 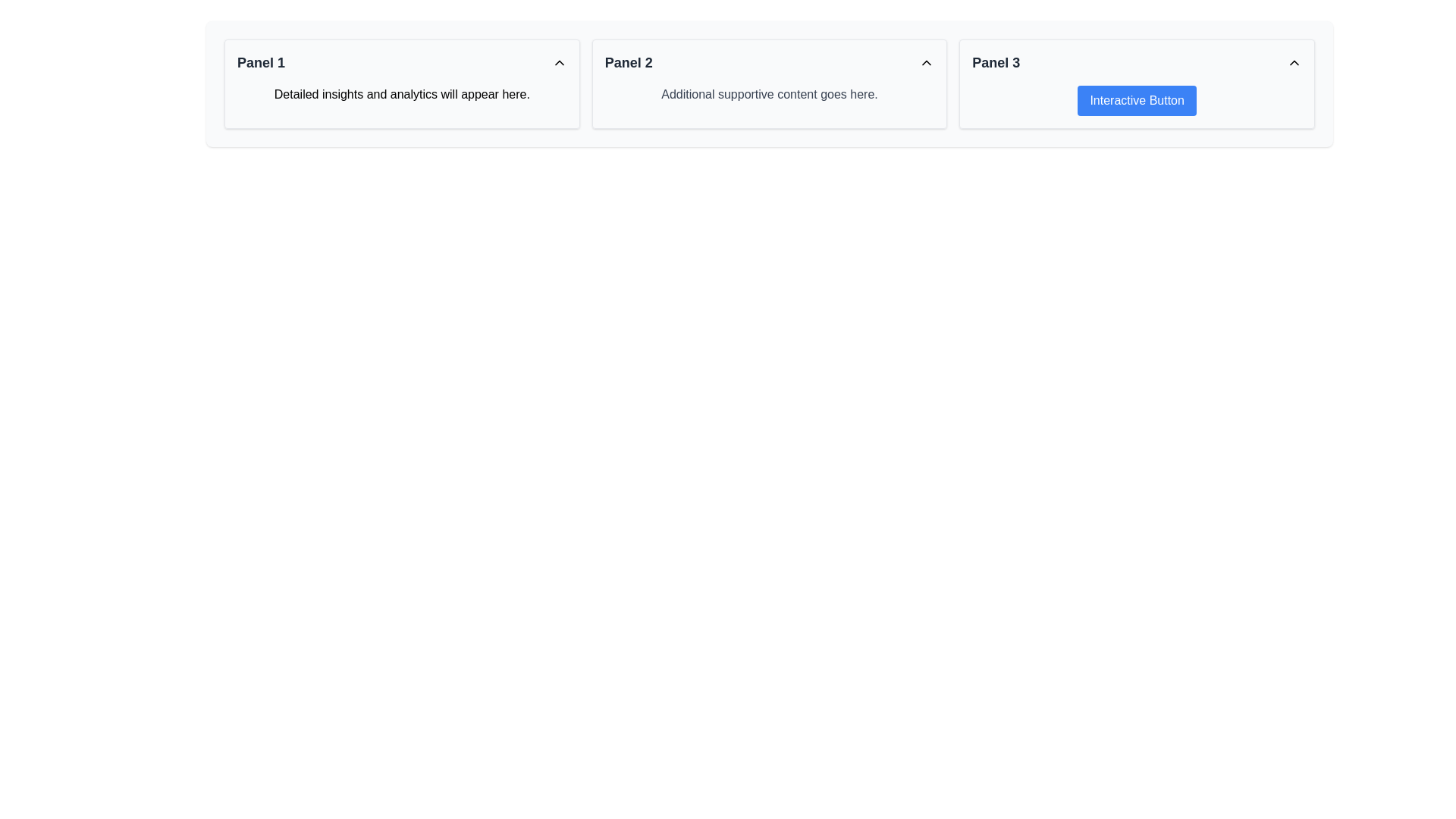 I want to click on the upward chevron icon located at the rightmost part of the panel header labeled 'Panel 3', so click(x=1294, y=62).